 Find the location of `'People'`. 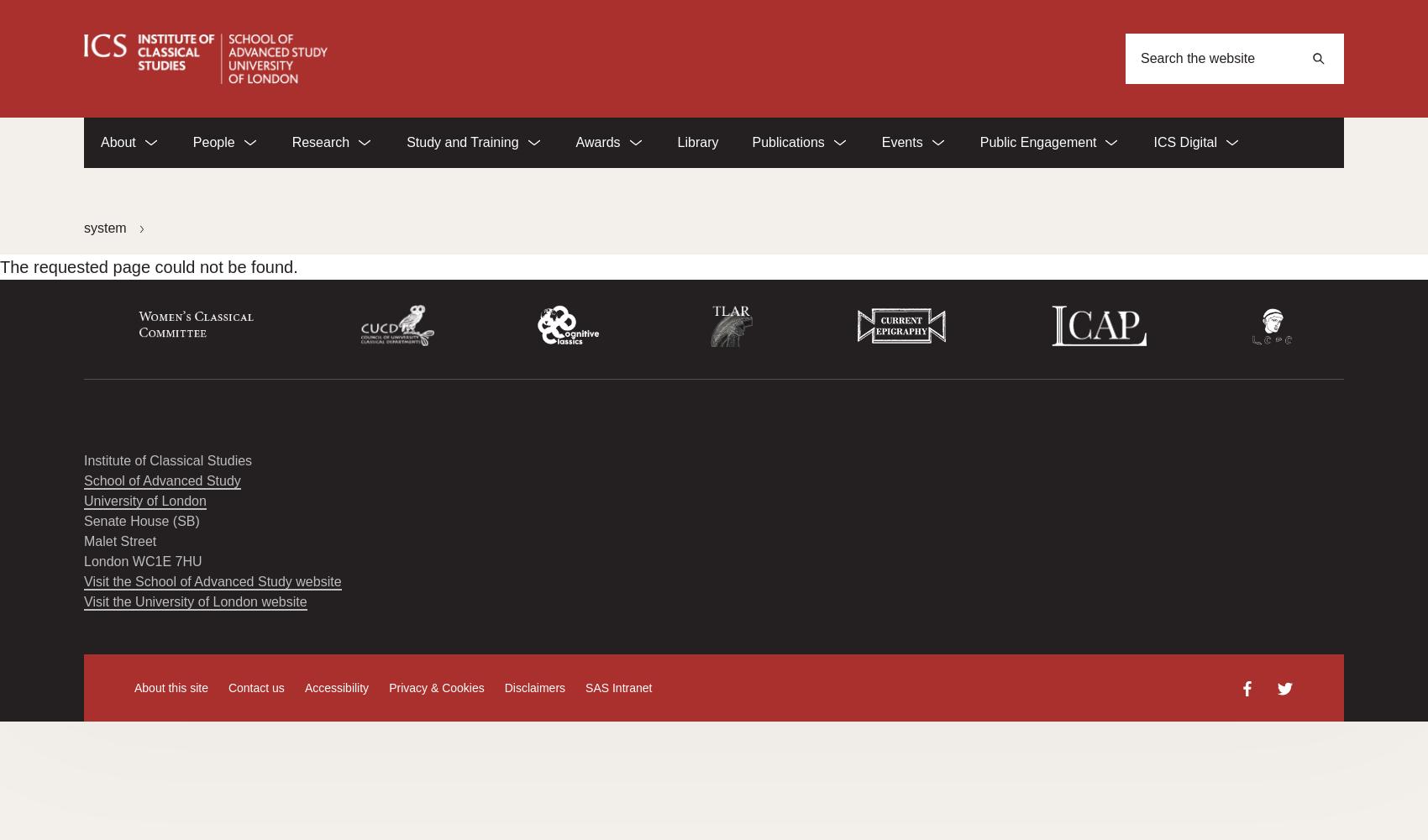

'People' is located at coordinates (192, 142).